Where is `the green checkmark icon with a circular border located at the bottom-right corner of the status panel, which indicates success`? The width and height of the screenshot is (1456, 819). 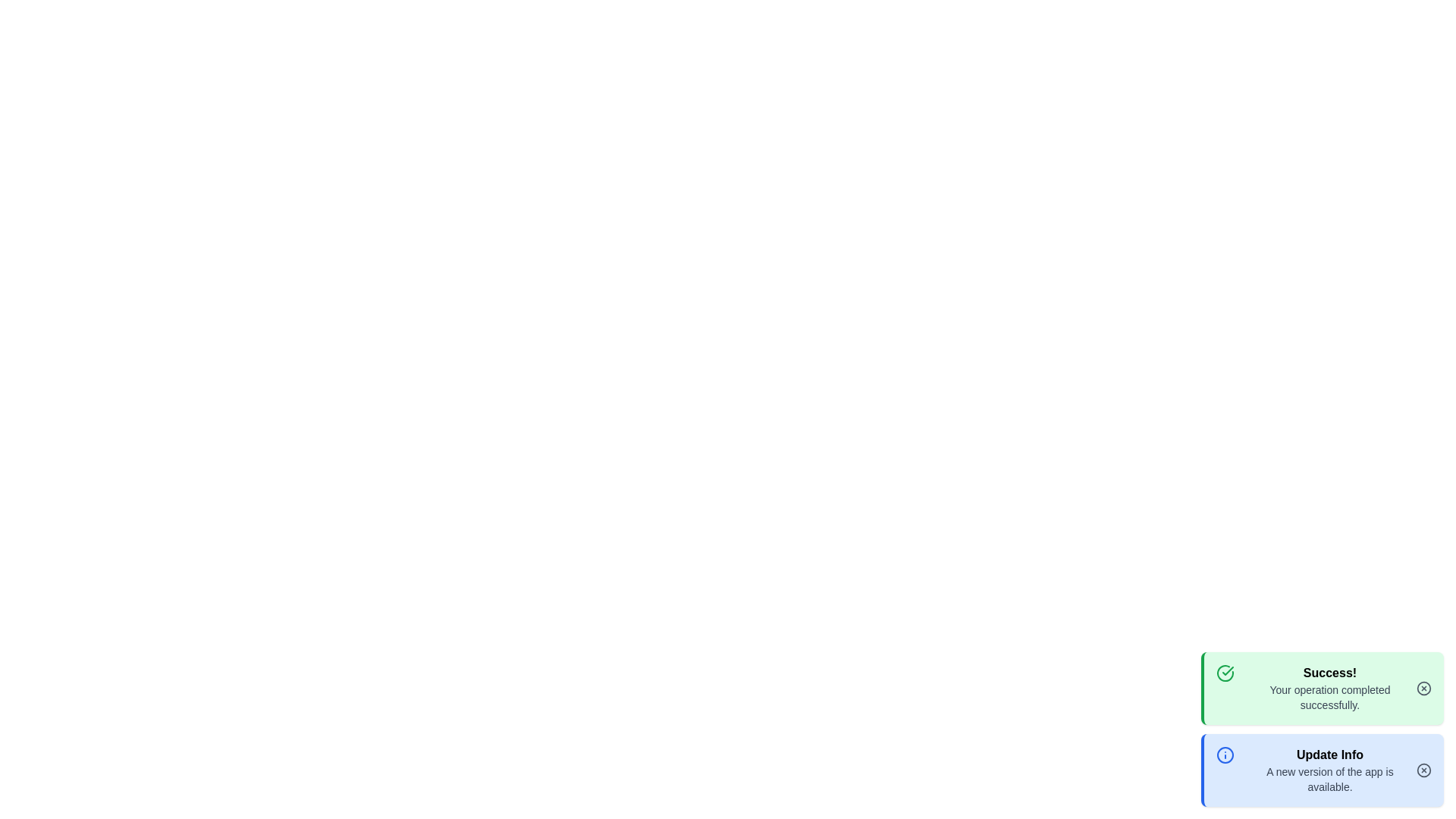 the green checkmark icon with a circular border located at the bottom-right corner of the status panel, which indicates success is located at coordinates (1225, 672).